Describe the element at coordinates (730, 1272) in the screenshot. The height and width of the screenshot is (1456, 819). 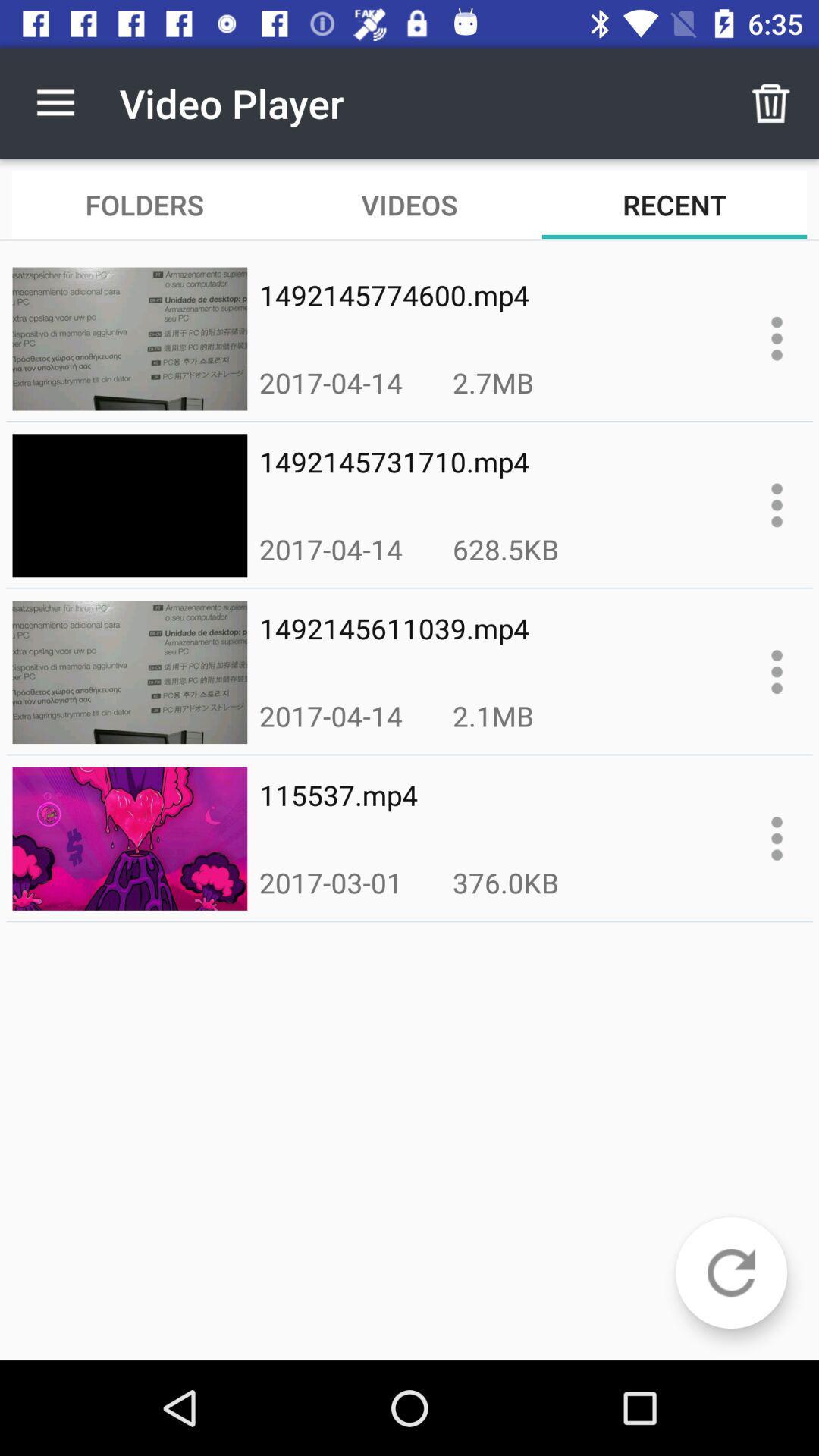
I see `next page` at that location.